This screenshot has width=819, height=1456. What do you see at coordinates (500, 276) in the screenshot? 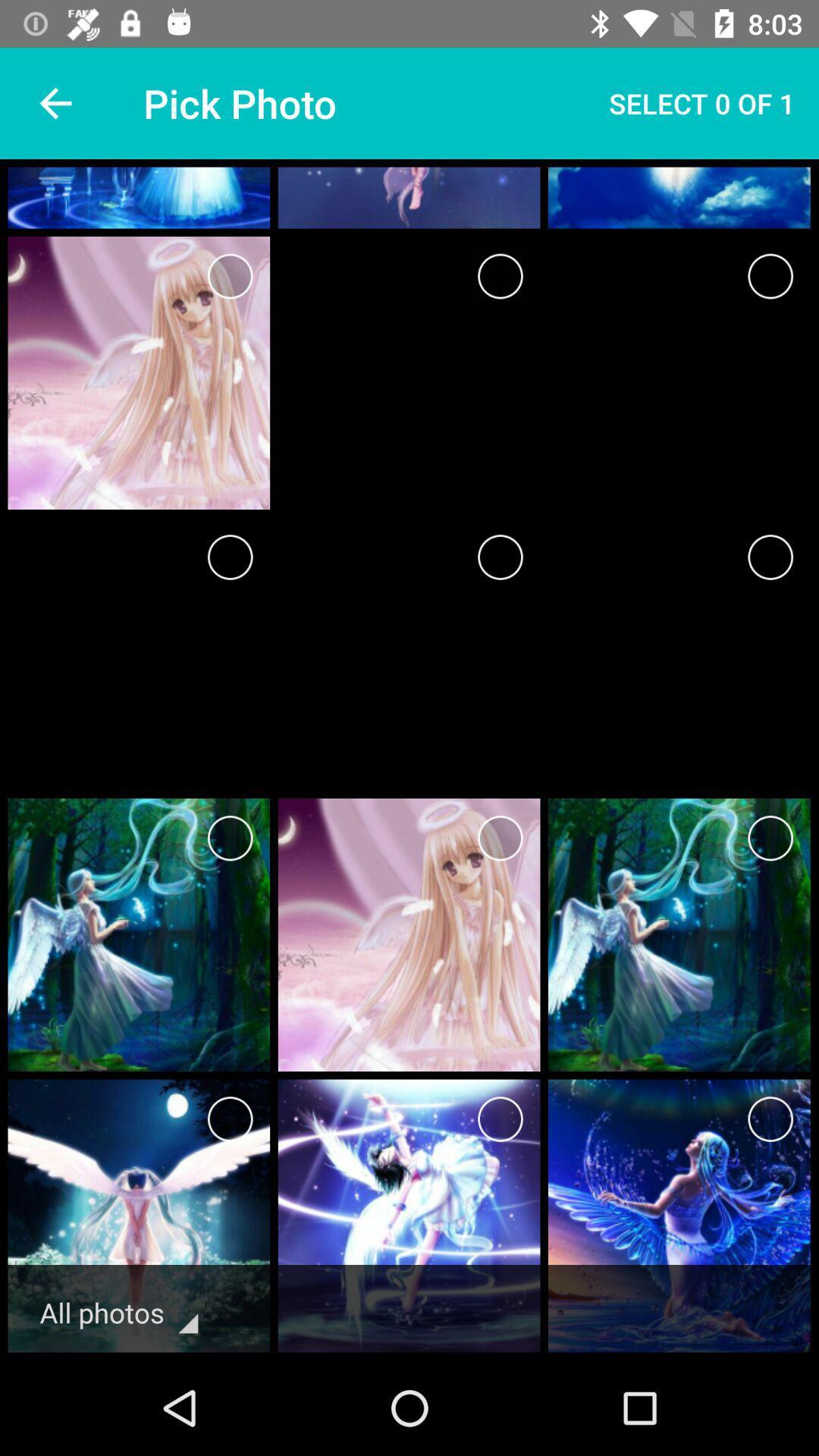
I see `include picture` at bounding box center [500, 276].